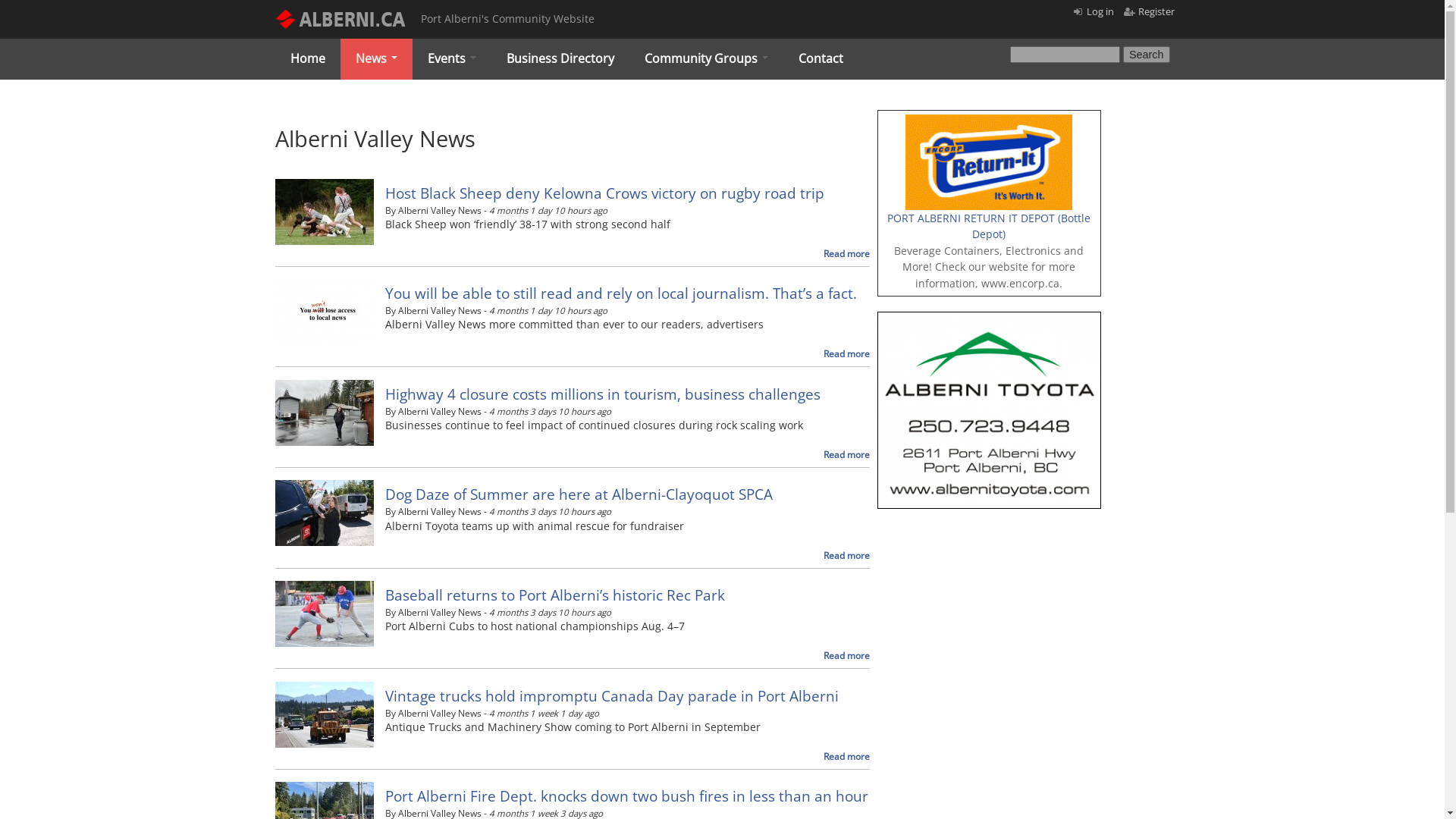  I want to click on 'Alberni Toyota', so click(988, 318).